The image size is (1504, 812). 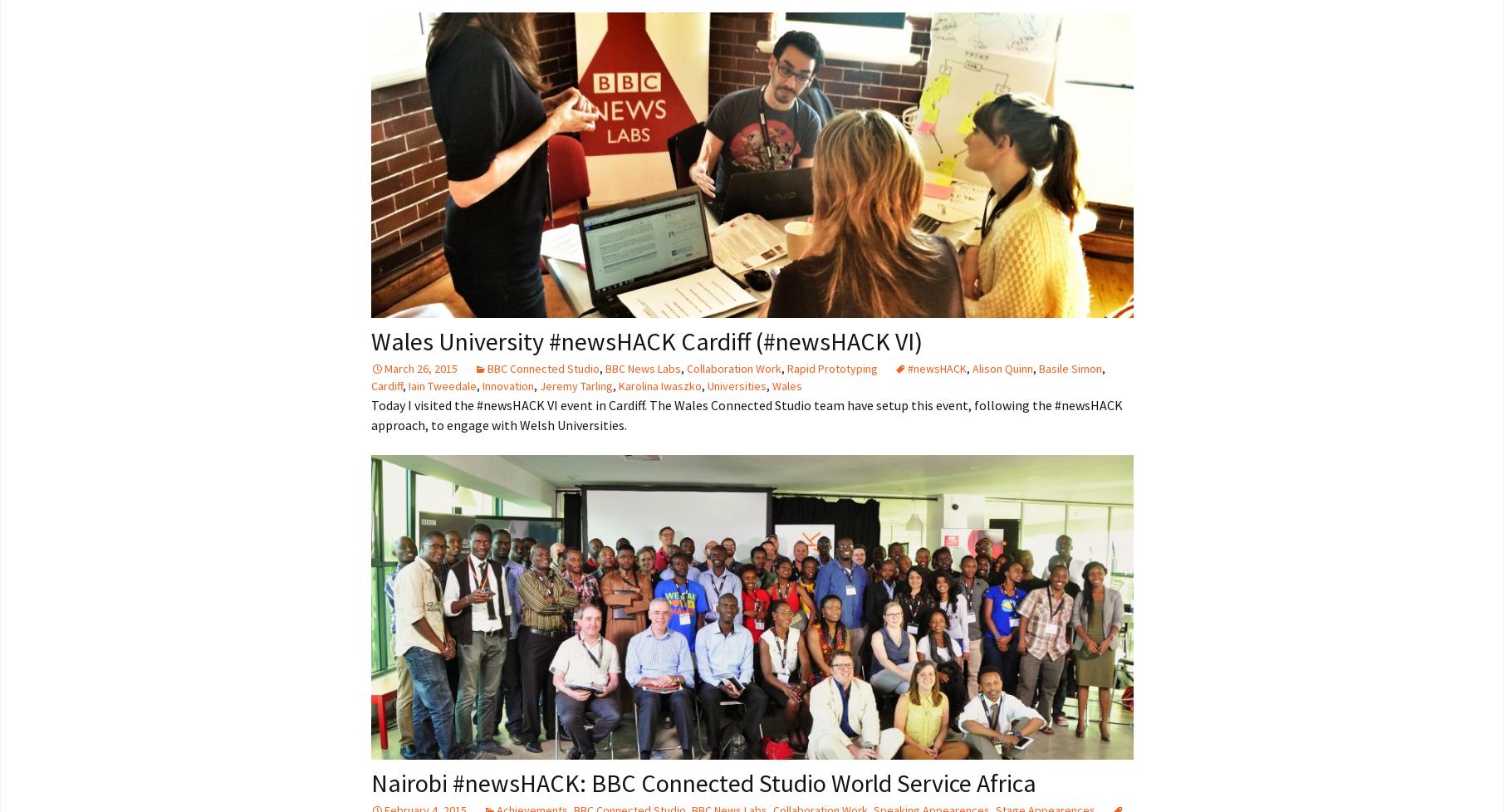 What do you see at coordinates (830, 367) in the screenshot?
I see `'Rapid Prototyping'` at bounding box center [830, 367].